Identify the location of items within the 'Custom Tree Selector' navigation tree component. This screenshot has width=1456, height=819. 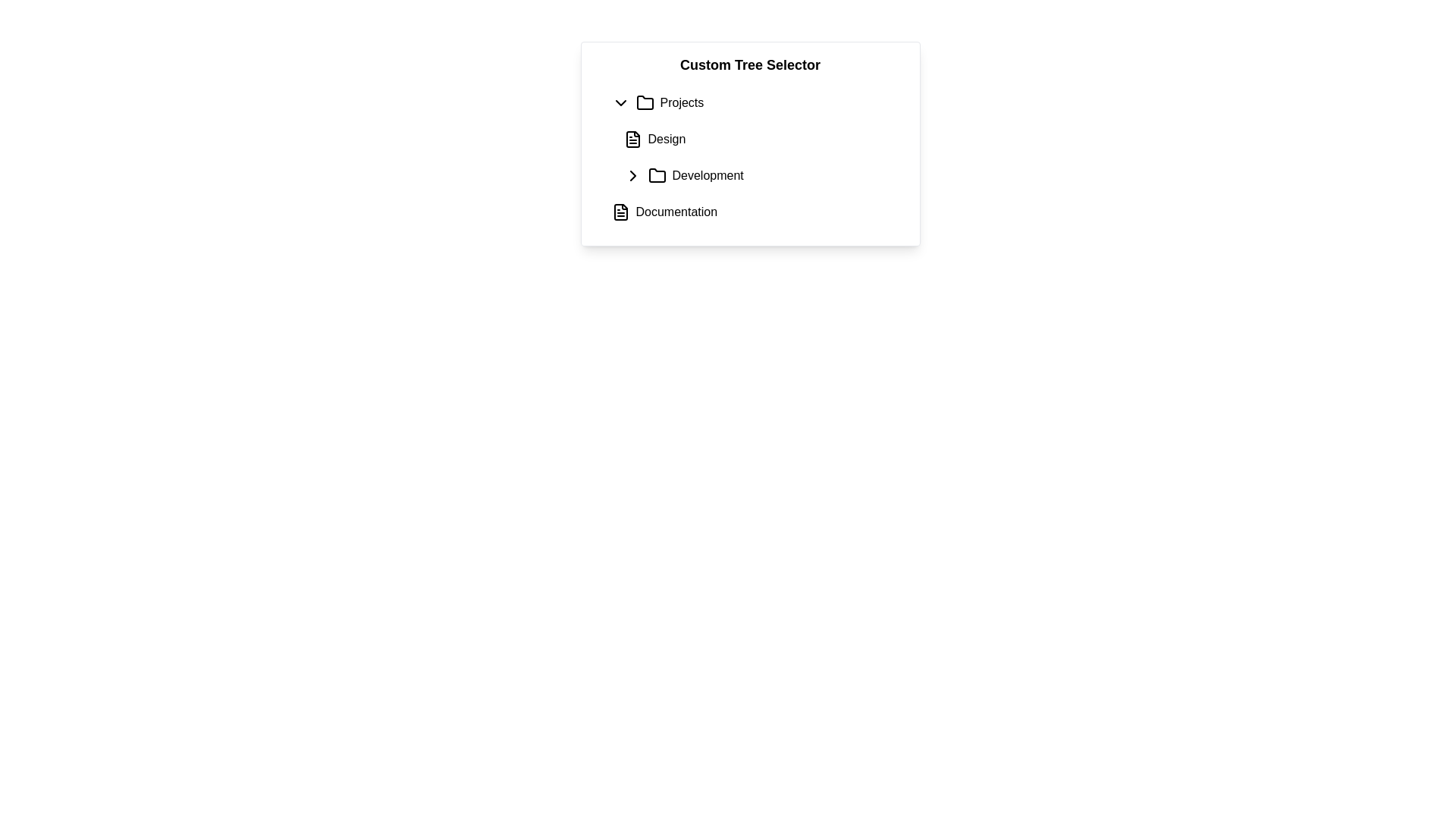
(750, 143).